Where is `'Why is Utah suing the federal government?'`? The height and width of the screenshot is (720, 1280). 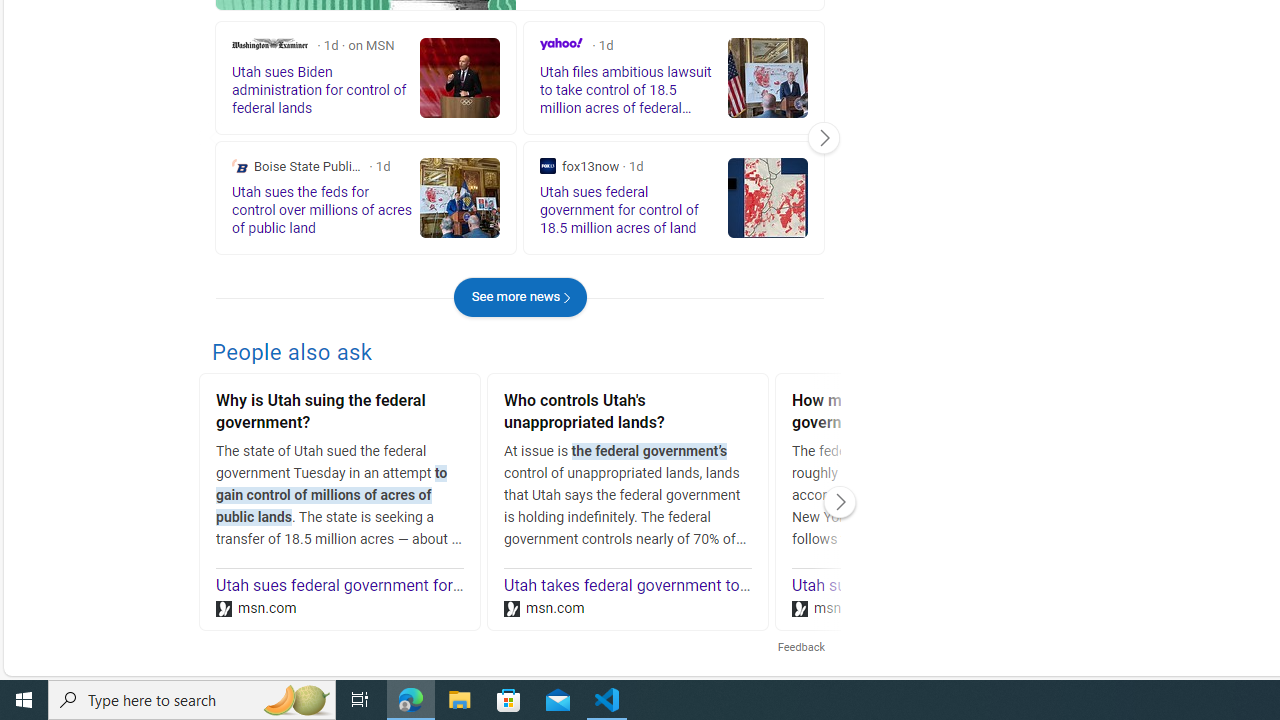 'Why is Utah suing the federal government?' is located at coordinates (339, 413).